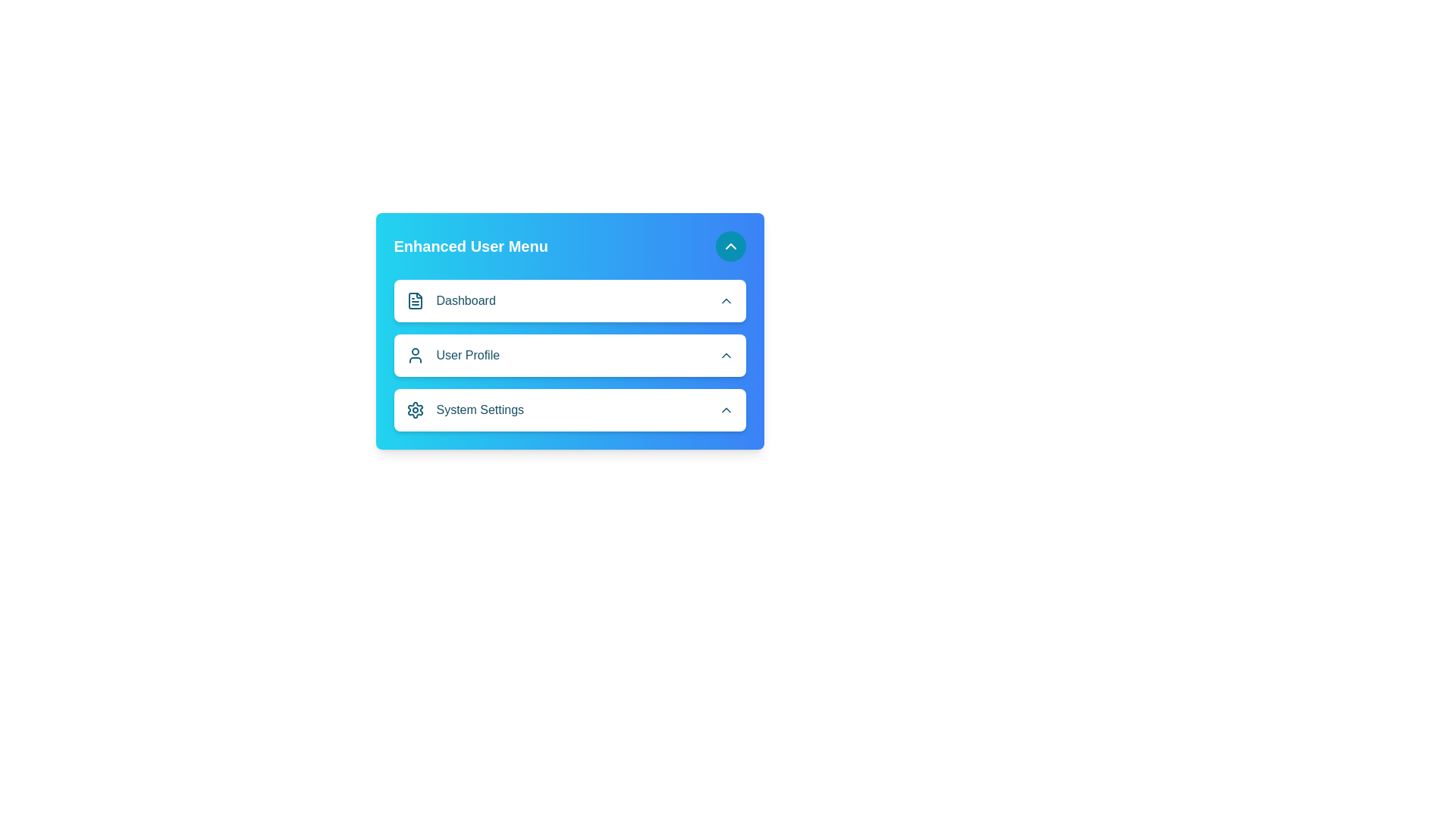 This screenshot has height=819, width=1456. Describe the element at coordinates (415, 409) in the screenshot. I see `the gear icon with a cyan color outline situated to the left of the 'System Settings' text label in the 'Enhanced User Menu' interface` at that location.